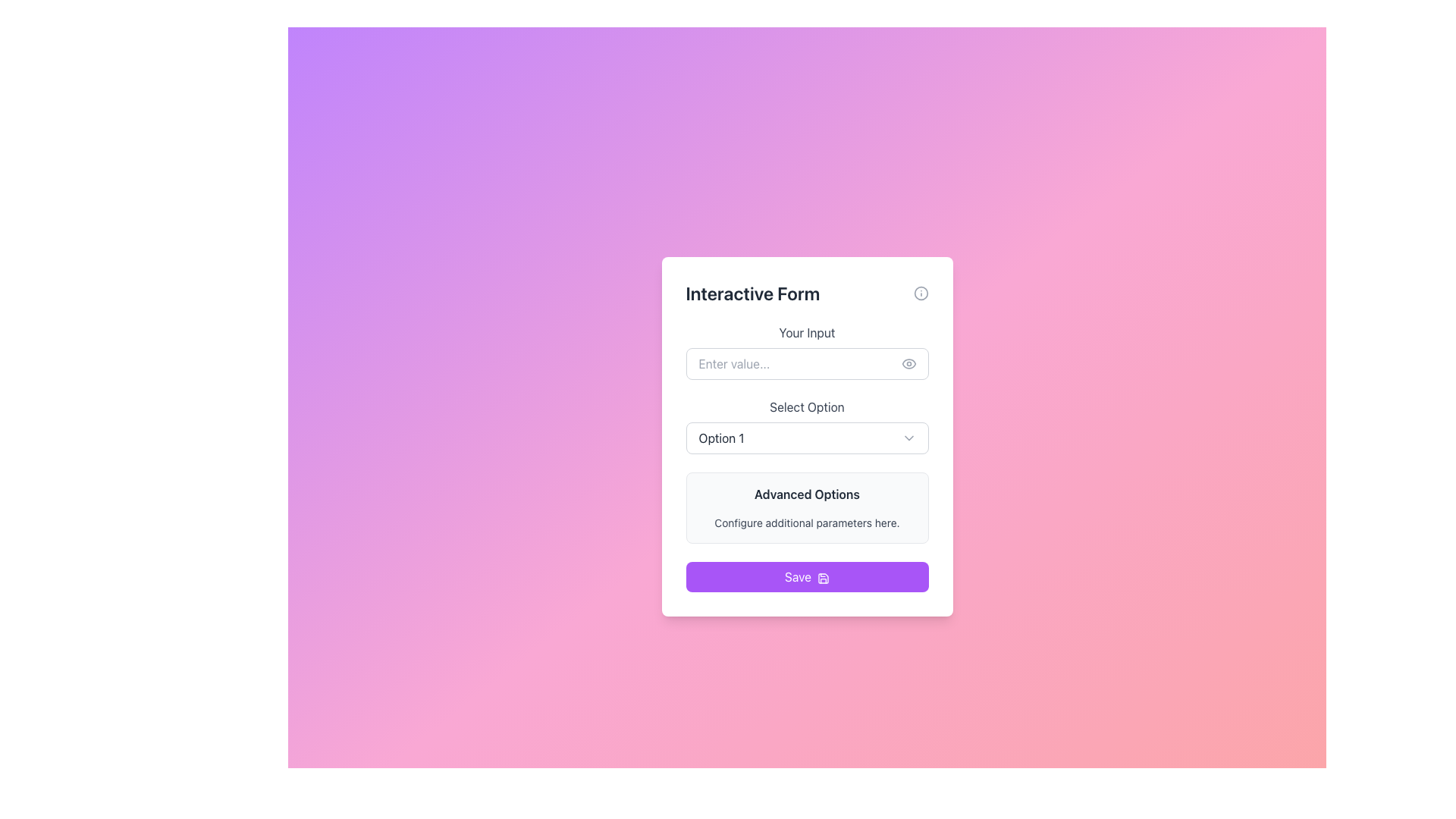  I want to click on the 'Advanced Options' text label, which is displayed in bold, dark gray font and is positioned above the 'Configure additional parameters here' label, so click(806, 494).